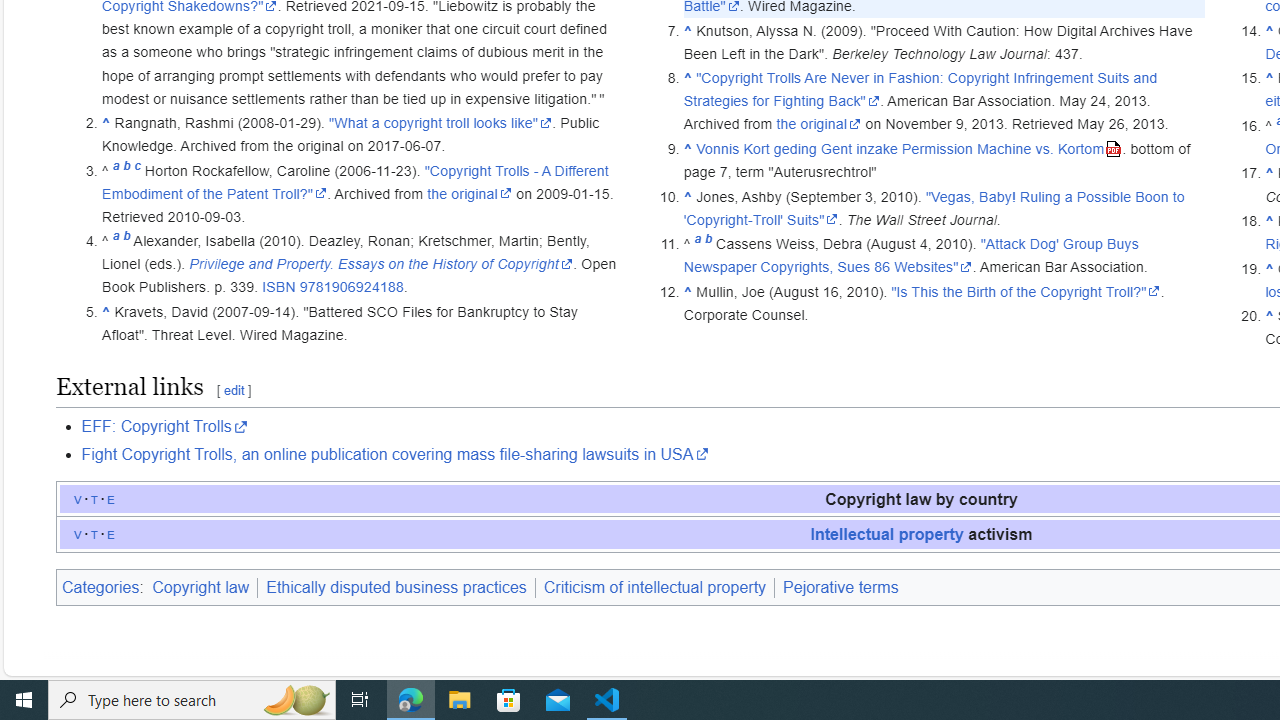 Image resolution: width=1280 pixels, height=720 pixels. I want to click on 'e', so click(110, 532).